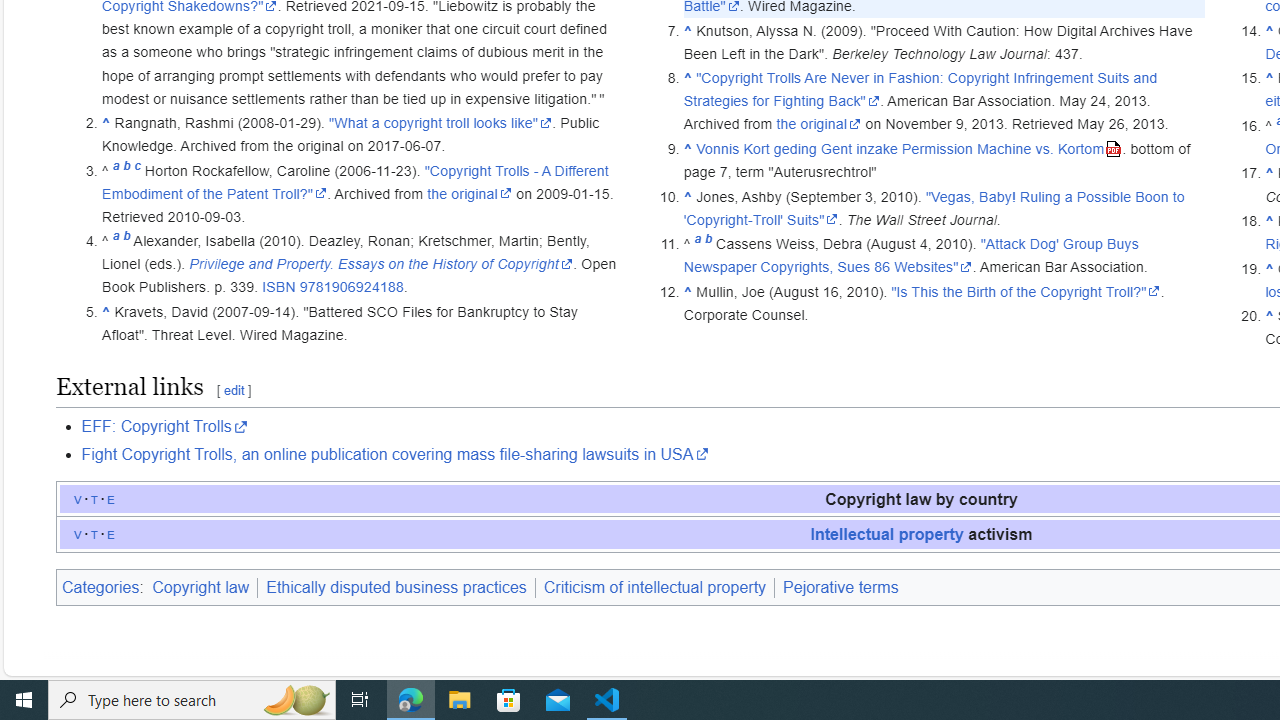 Image resolution: width=1280 pixels, height=720 pixels. I want to click on 'e', so click(110, 532).